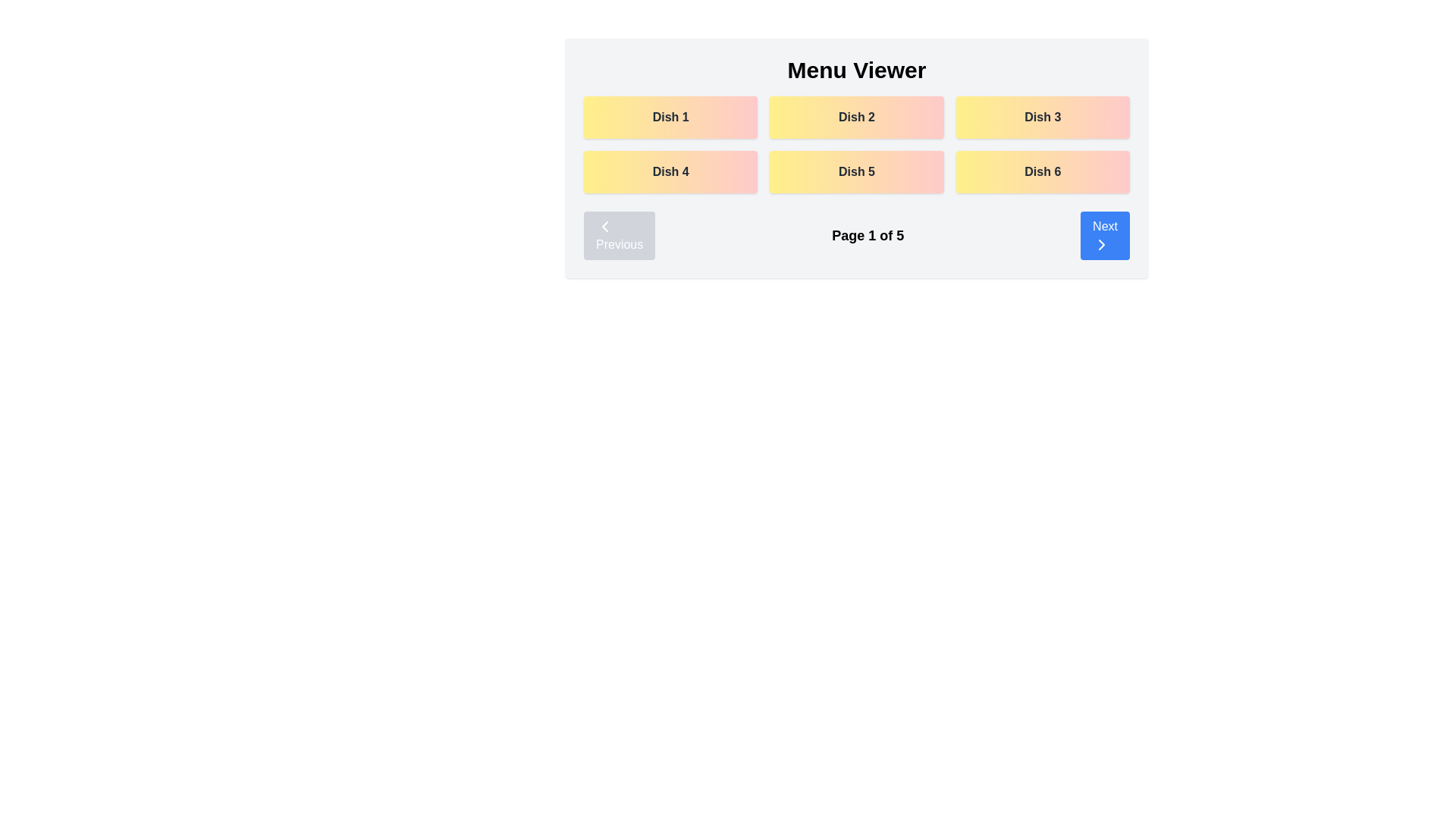 Image resolution: width=1456 pixels, height=819 pixels. I want to click on the 'Next' button, which features a small chevron arrow icon pointing to the right, located at the bottom right corner of the interface, so click(1102, 244).